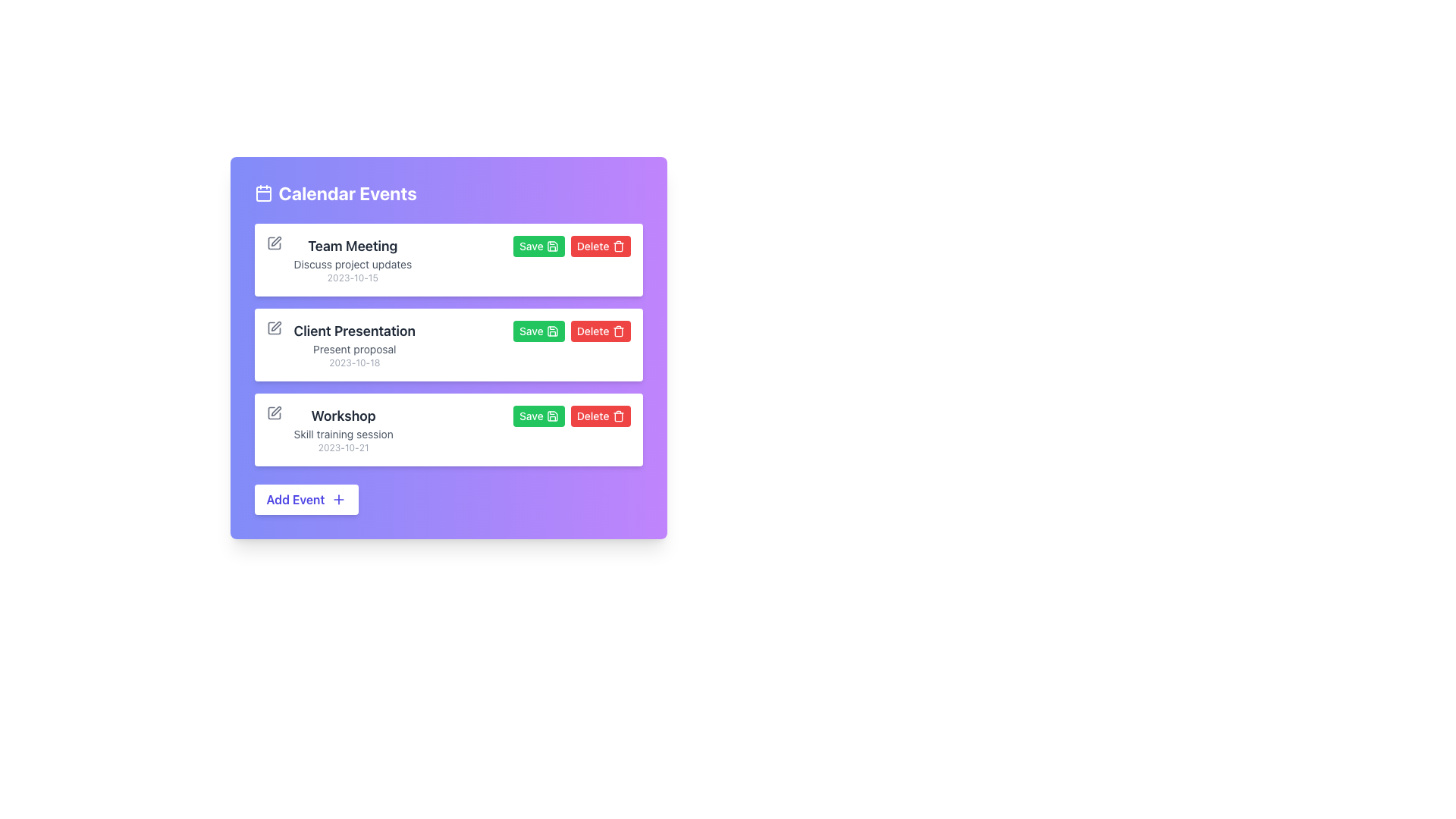 The width and height of the screenshot is (1456, 819). What do you see at coordinates (551, 416) in the screenshot?
I see `the save icon located within the Save button for the third event titled 'Workshop' in the Calendar Events list, which is positioned on the purple card` at bounding box center [551, 416].